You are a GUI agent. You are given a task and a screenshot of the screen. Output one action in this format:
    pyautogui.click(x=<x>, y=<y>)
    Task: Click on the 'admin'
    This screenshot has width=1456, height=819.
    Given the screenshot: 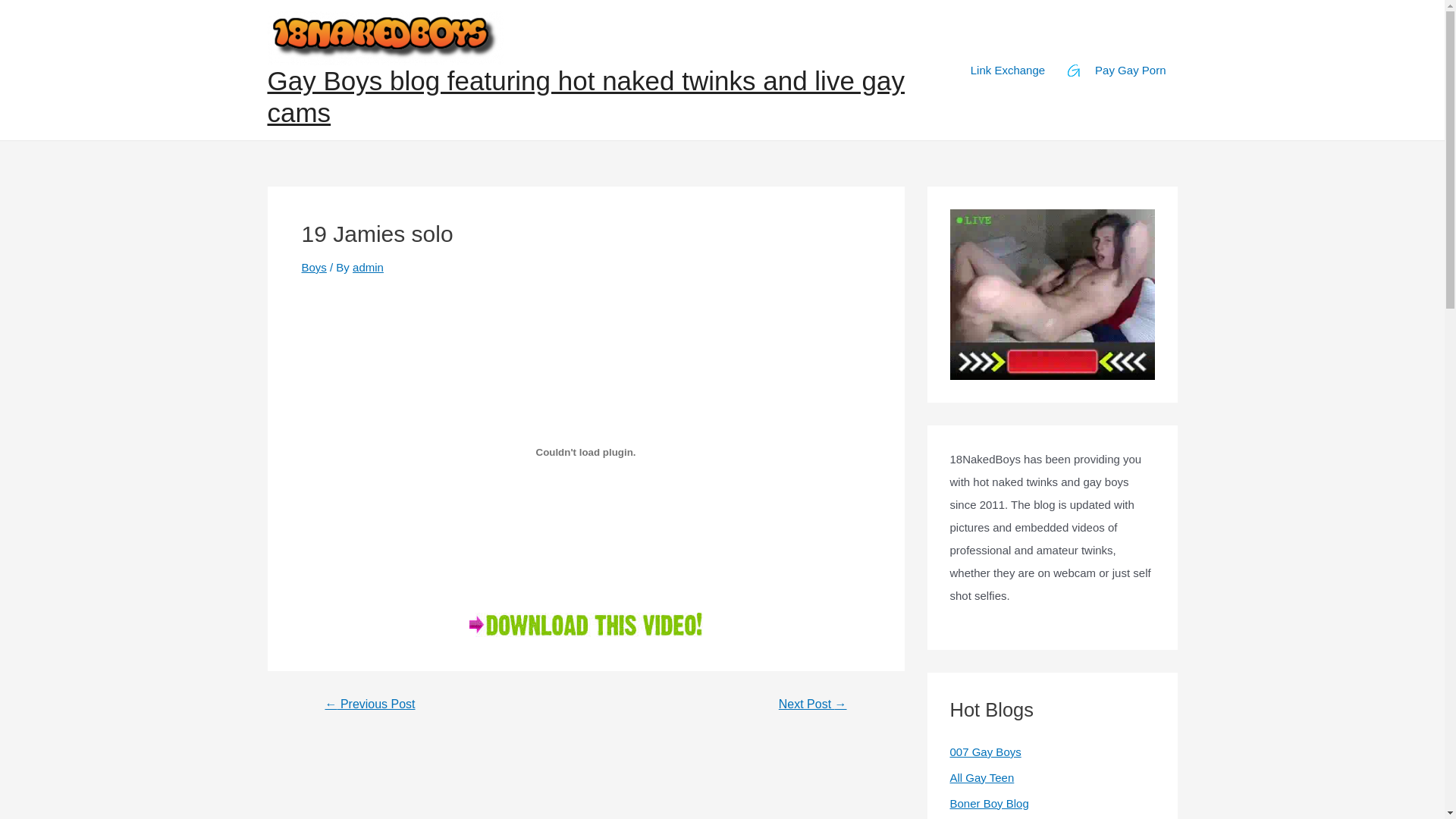 What is the action you would take?
    pyautogui.click(x=368, y=266)
    